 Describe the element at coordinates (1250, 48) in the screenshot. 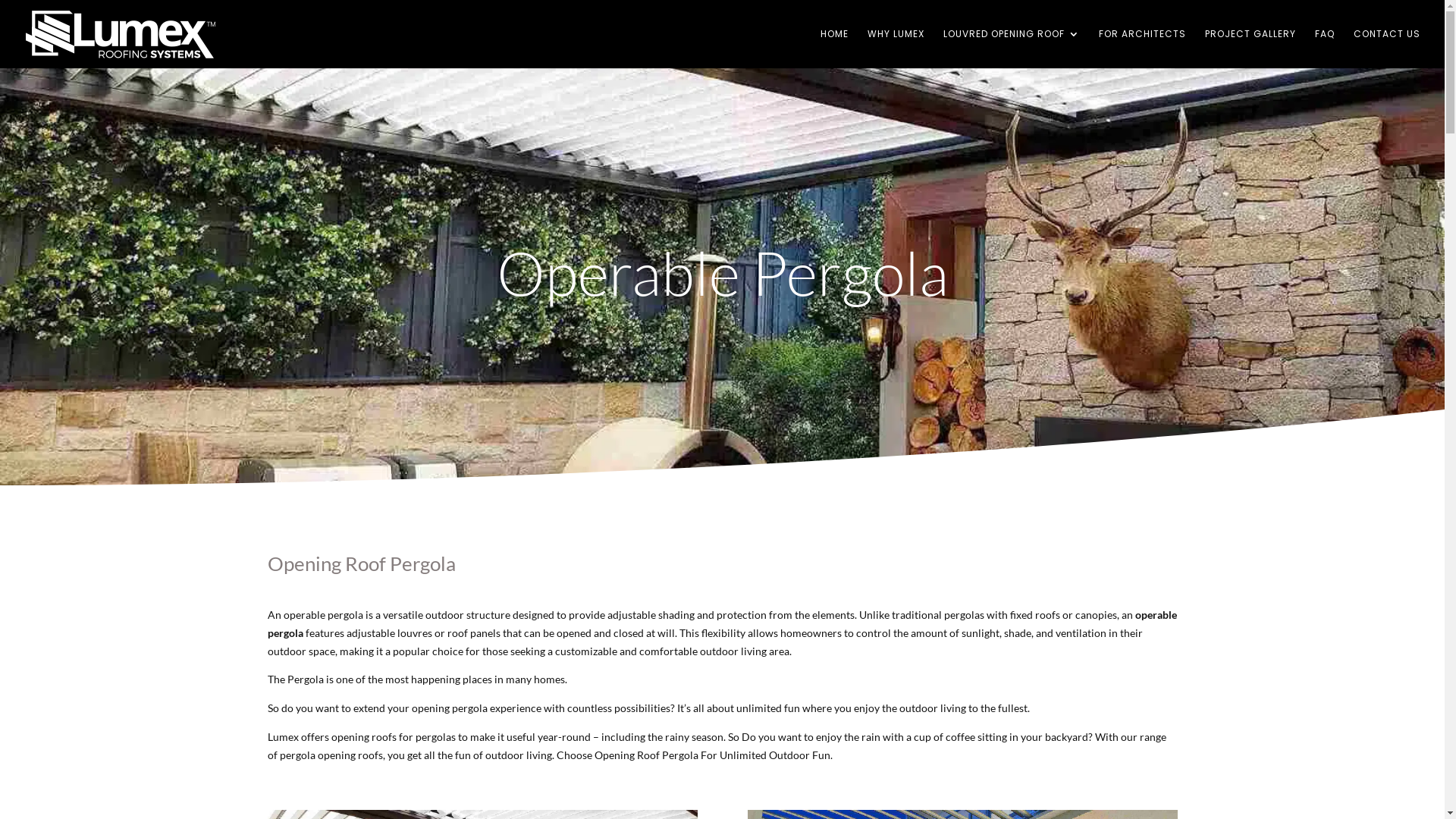

I see `'PROJECT GALLERY'` at that location.